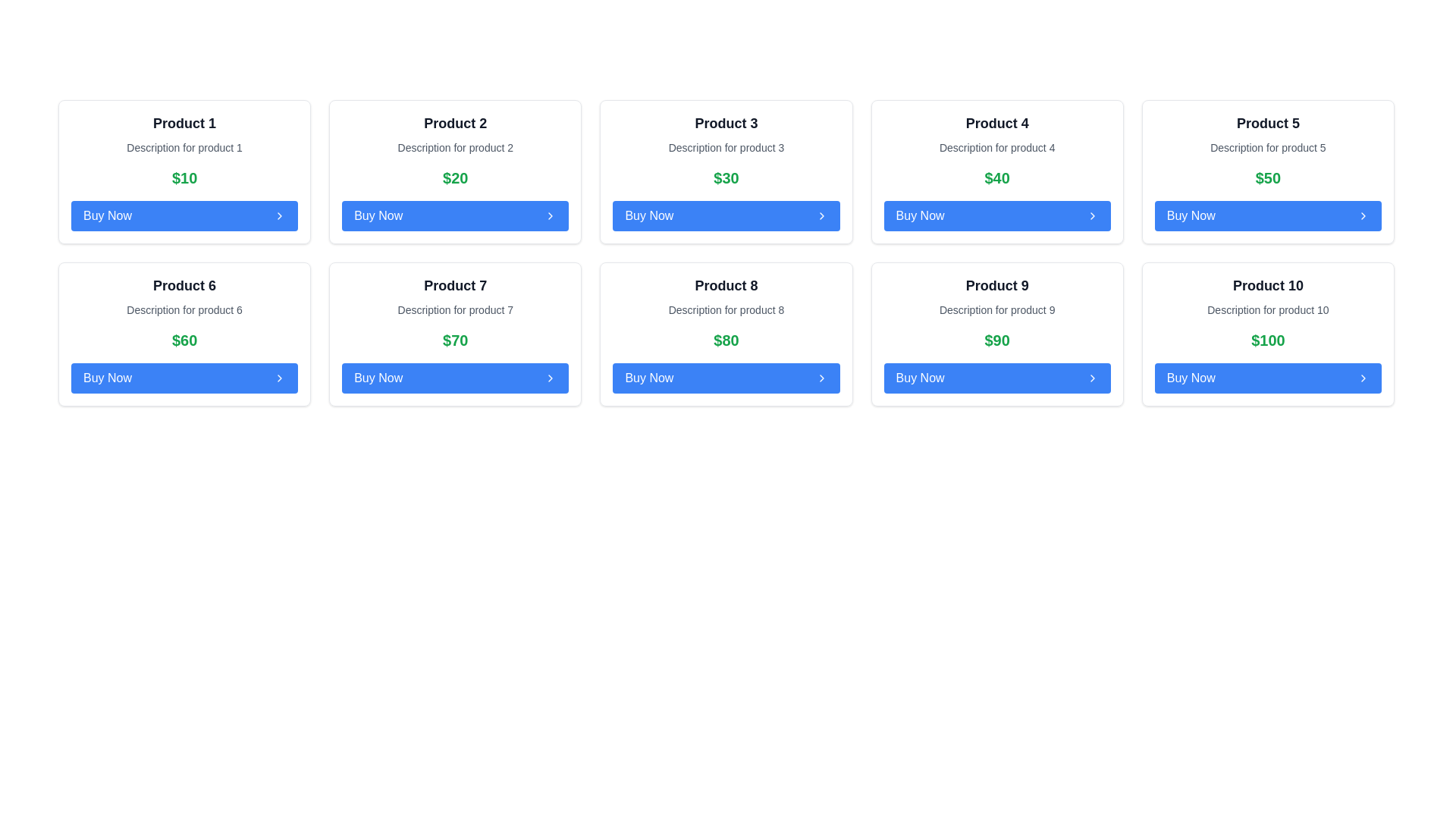 The width and height of the screenshot is (1456, 819). What do you see at coordinates (184, 148) in the screenshot?
I see `the text label displaying 'Description for product 1', which is styled in small gray font and located below the title and above the price tag in the product card` at bounding box center [184, 148].